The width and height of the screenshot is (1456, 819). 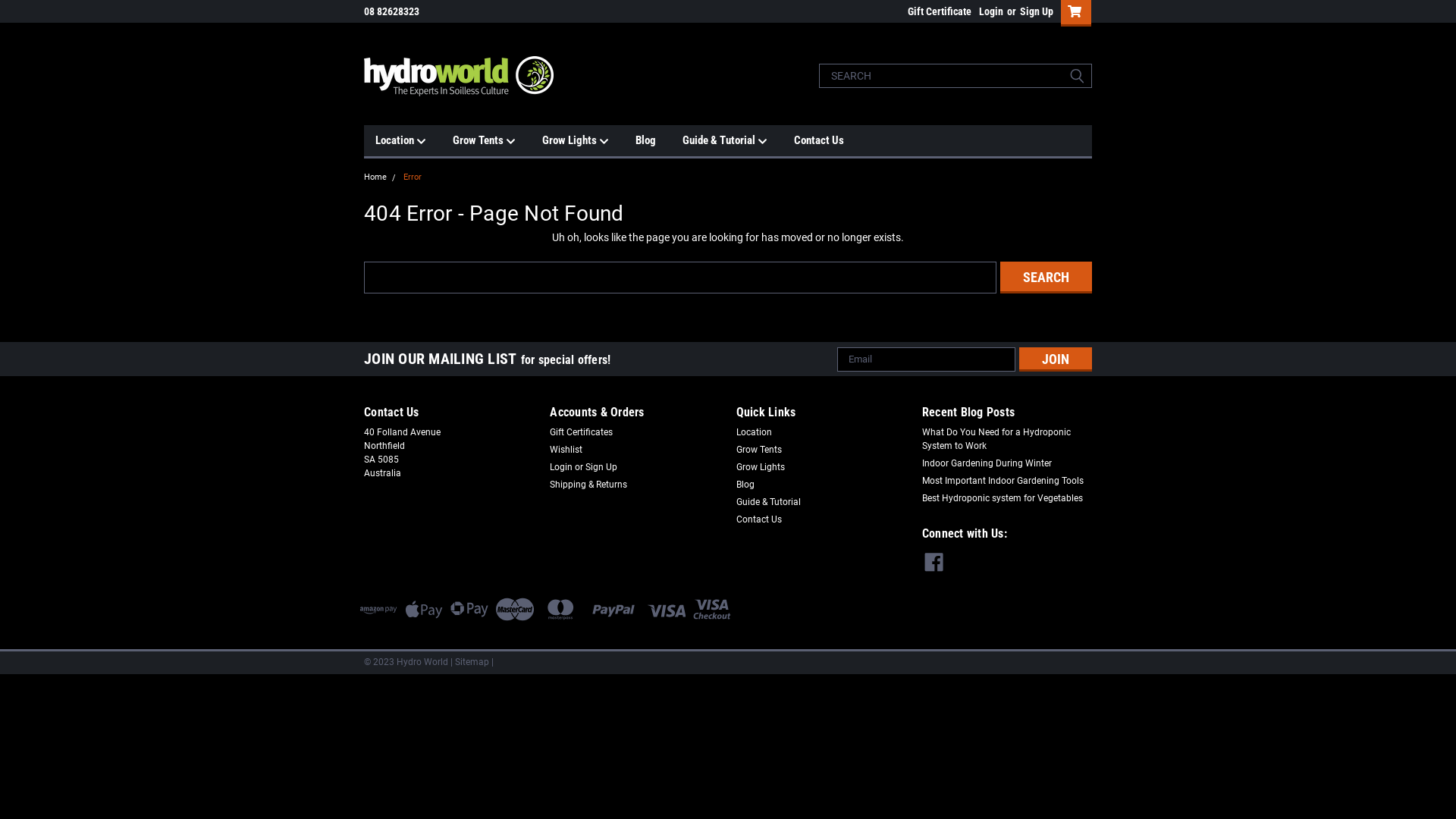 I want to click on 'Gift Certificate', so click(x=934, y=11).